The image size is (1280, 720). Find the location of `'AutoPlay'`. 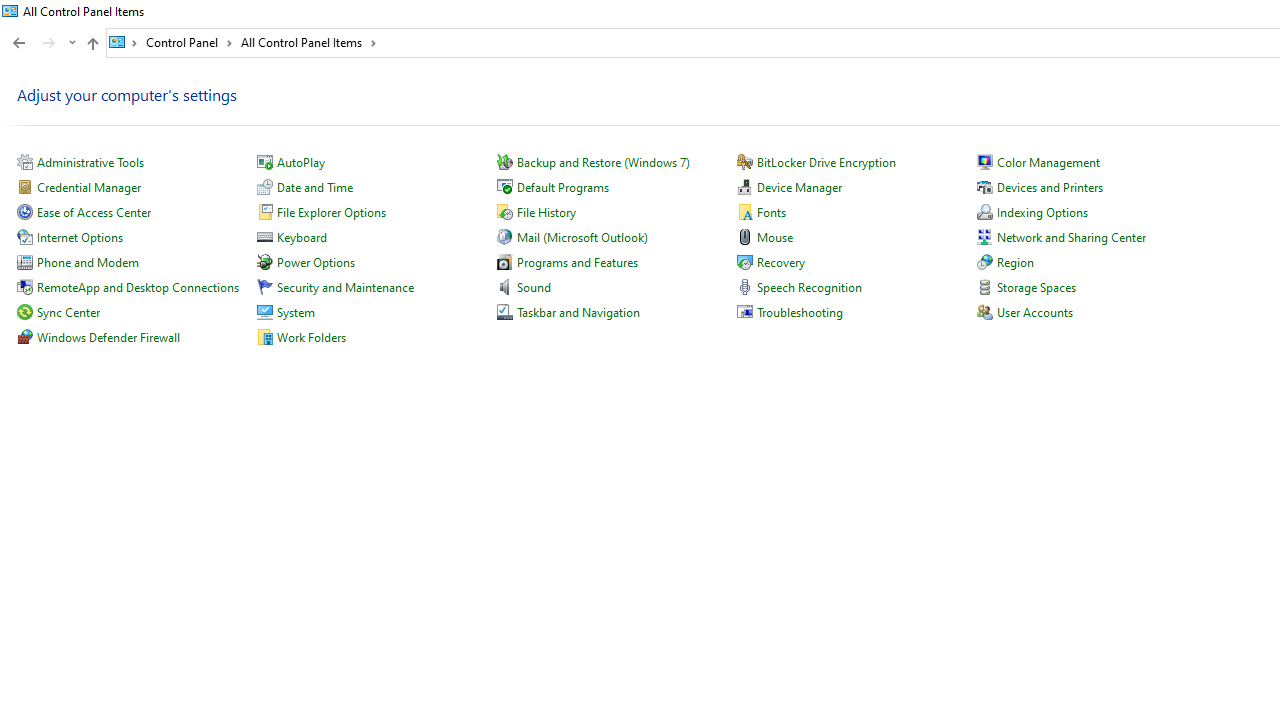

'AutoPlay' is located at coordinates (299, 161).